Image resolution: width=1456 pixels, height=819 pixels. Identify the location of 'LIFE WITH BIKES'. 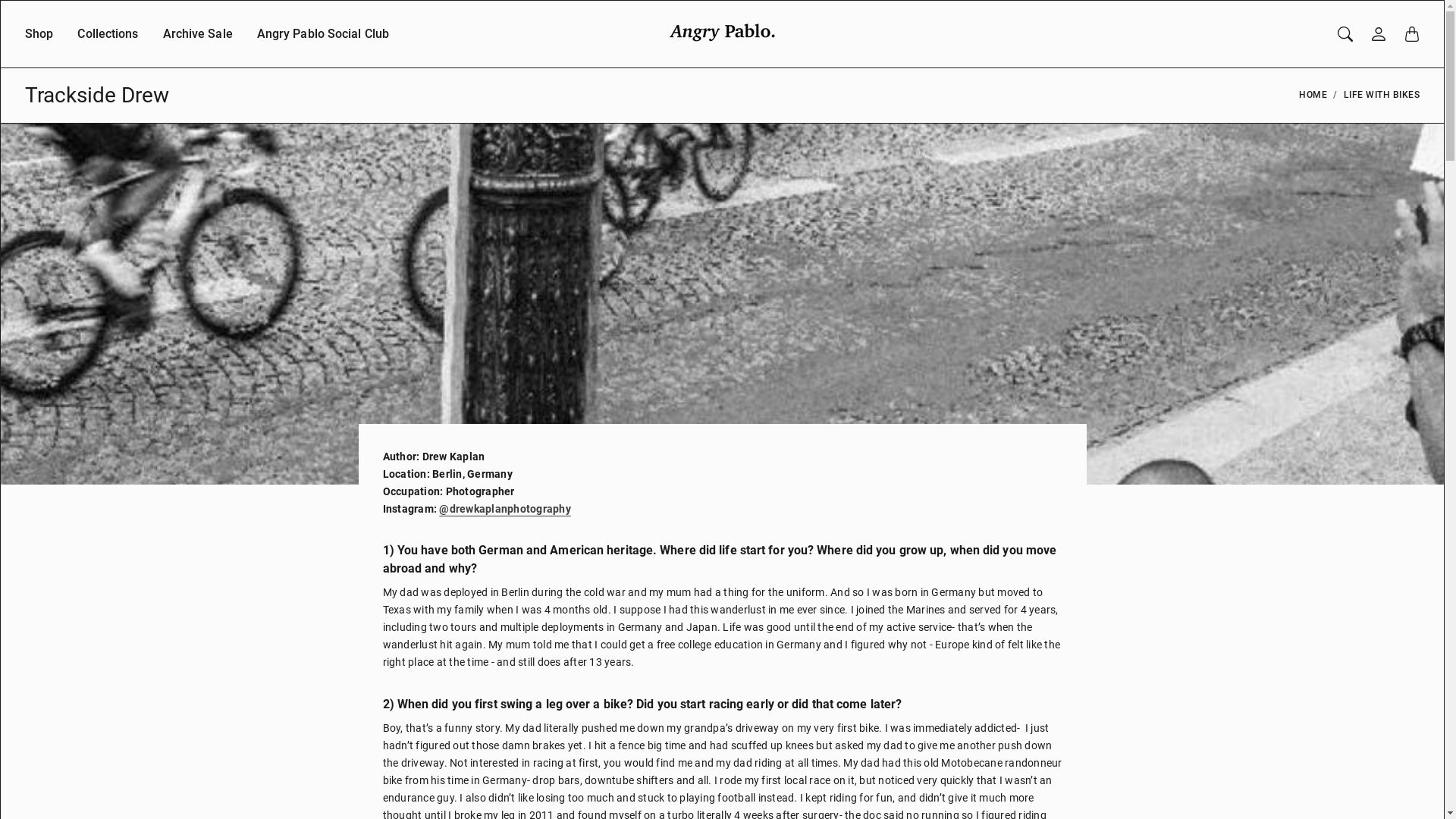
(1382, 96).